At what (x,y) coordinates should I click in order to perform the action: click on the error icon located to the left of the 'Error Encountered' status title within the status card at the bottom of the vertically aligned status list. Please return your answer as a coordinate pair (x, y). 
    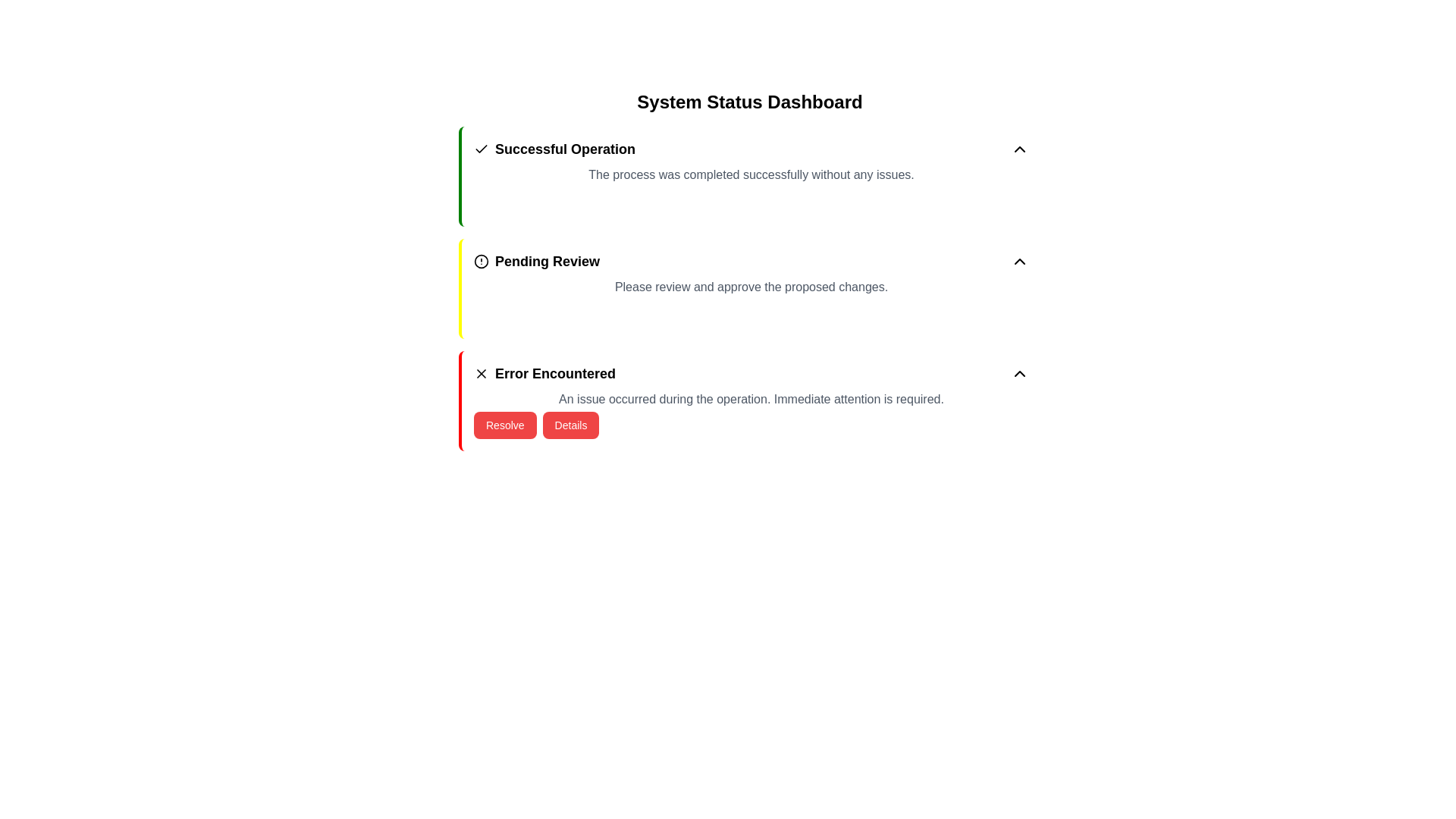
    Looking at the image, I should click on (480, 374).